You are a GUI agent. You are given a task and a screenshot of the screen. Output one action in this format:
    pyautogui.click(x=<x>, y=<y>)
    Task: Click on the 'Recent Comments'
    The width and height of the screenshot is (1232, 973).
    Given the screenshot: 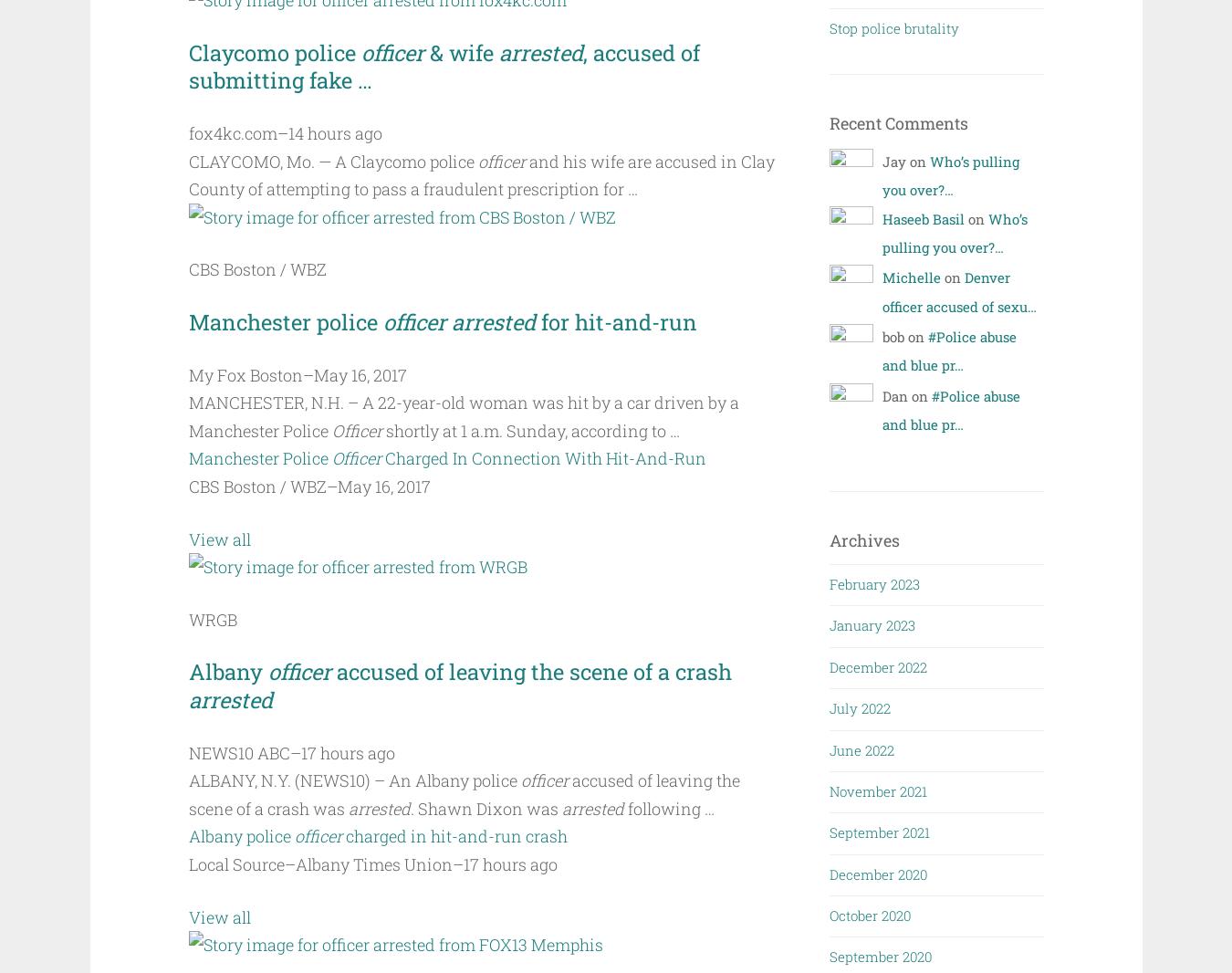 What is the action you would take?
    pyautogui.click(x=897, y=121)
    